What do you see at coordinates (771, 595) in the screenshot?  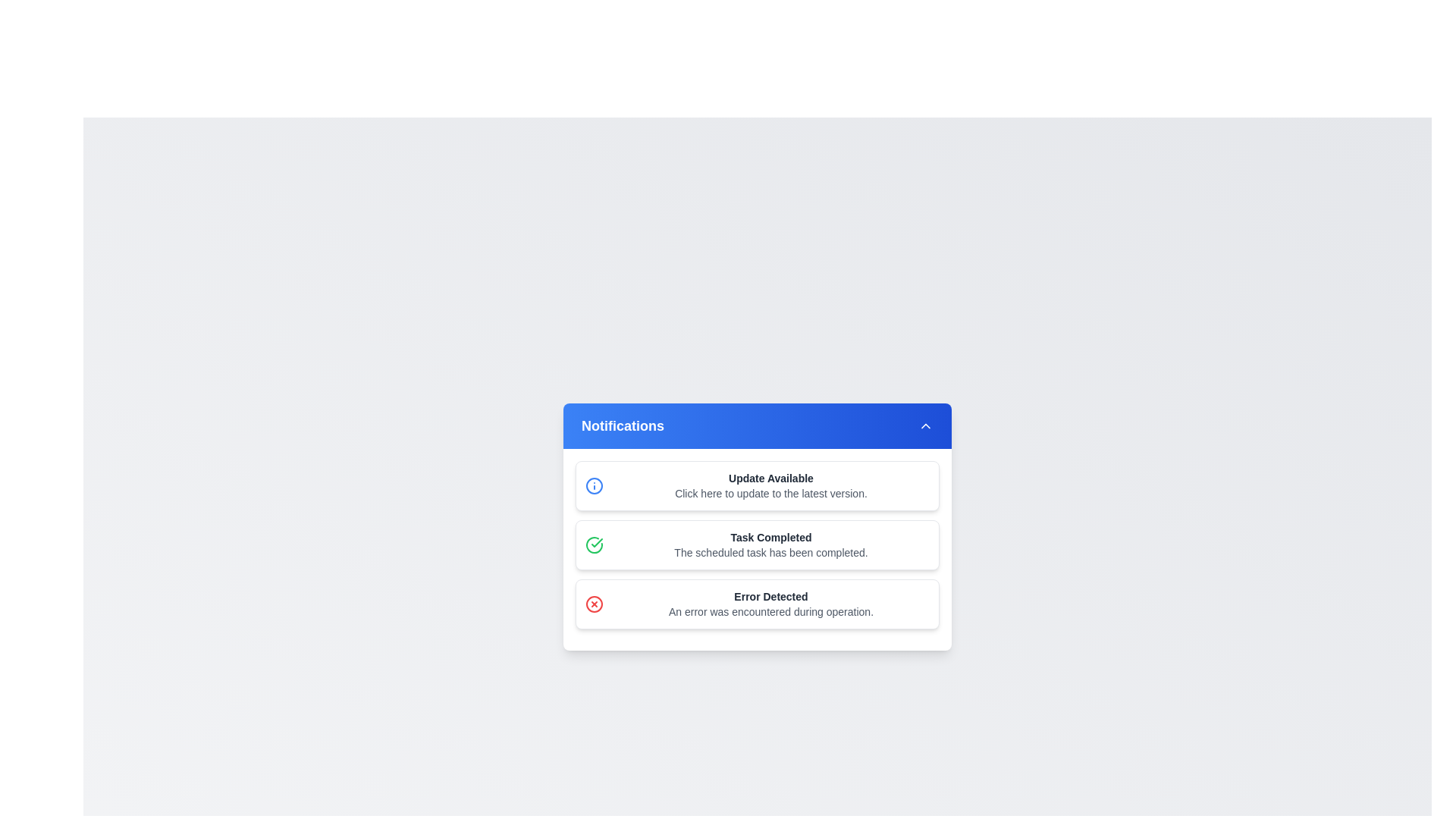 I see `the 'Error Detected' text label, which is styled in bold dark gray and is located in the bottommost notification card of the notification panel` at bounding box center [771, 595].